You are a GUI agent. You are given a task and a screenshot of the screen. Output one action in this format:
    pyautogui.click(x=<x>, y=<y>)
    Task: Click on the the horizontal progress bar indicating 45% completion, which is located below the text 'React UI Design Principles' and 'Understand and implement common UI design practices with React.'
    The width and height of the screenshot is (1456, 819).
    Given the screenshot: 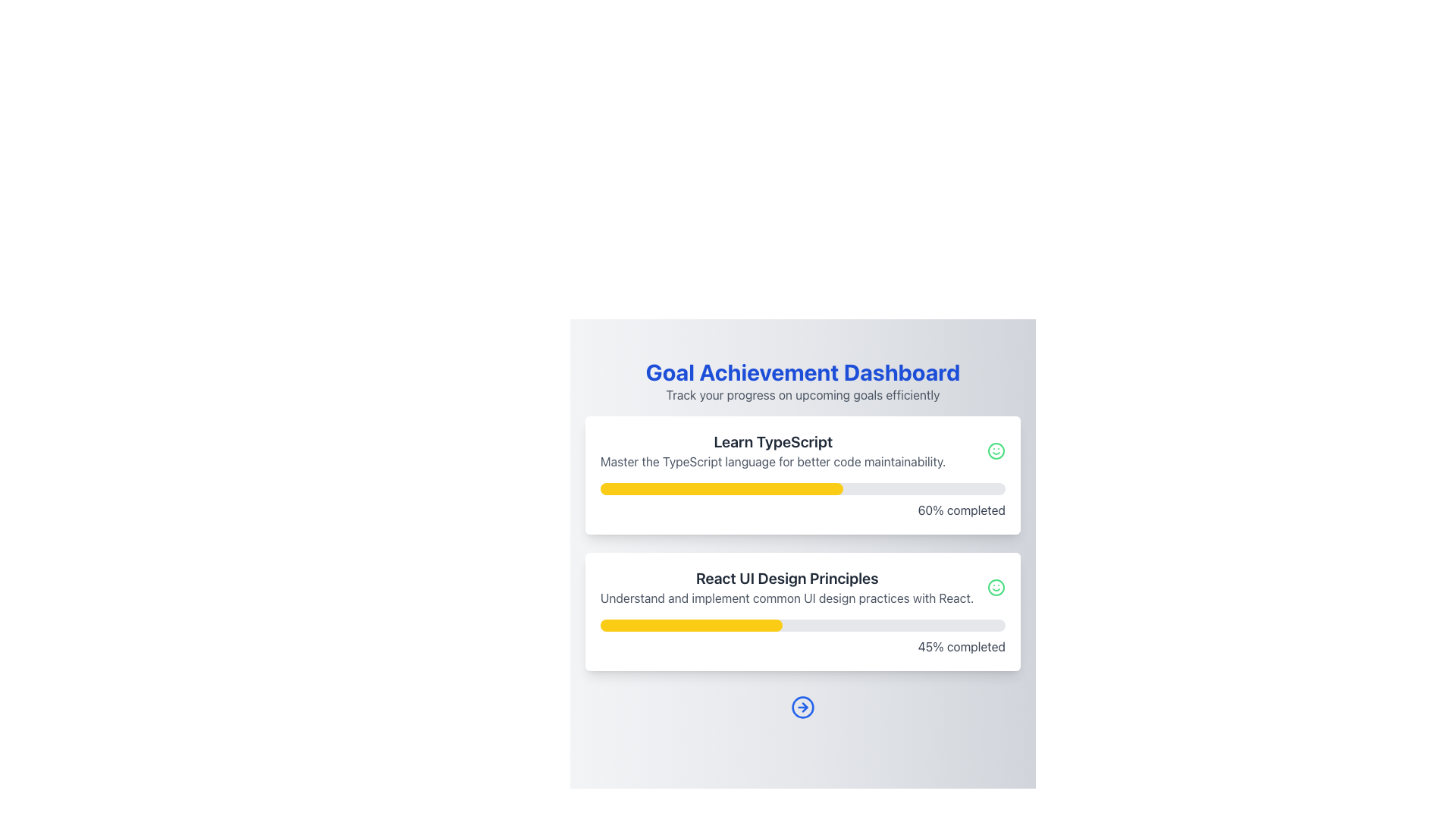 What is the action you would take?
    pyautogui.click(x=802, y=626)
    